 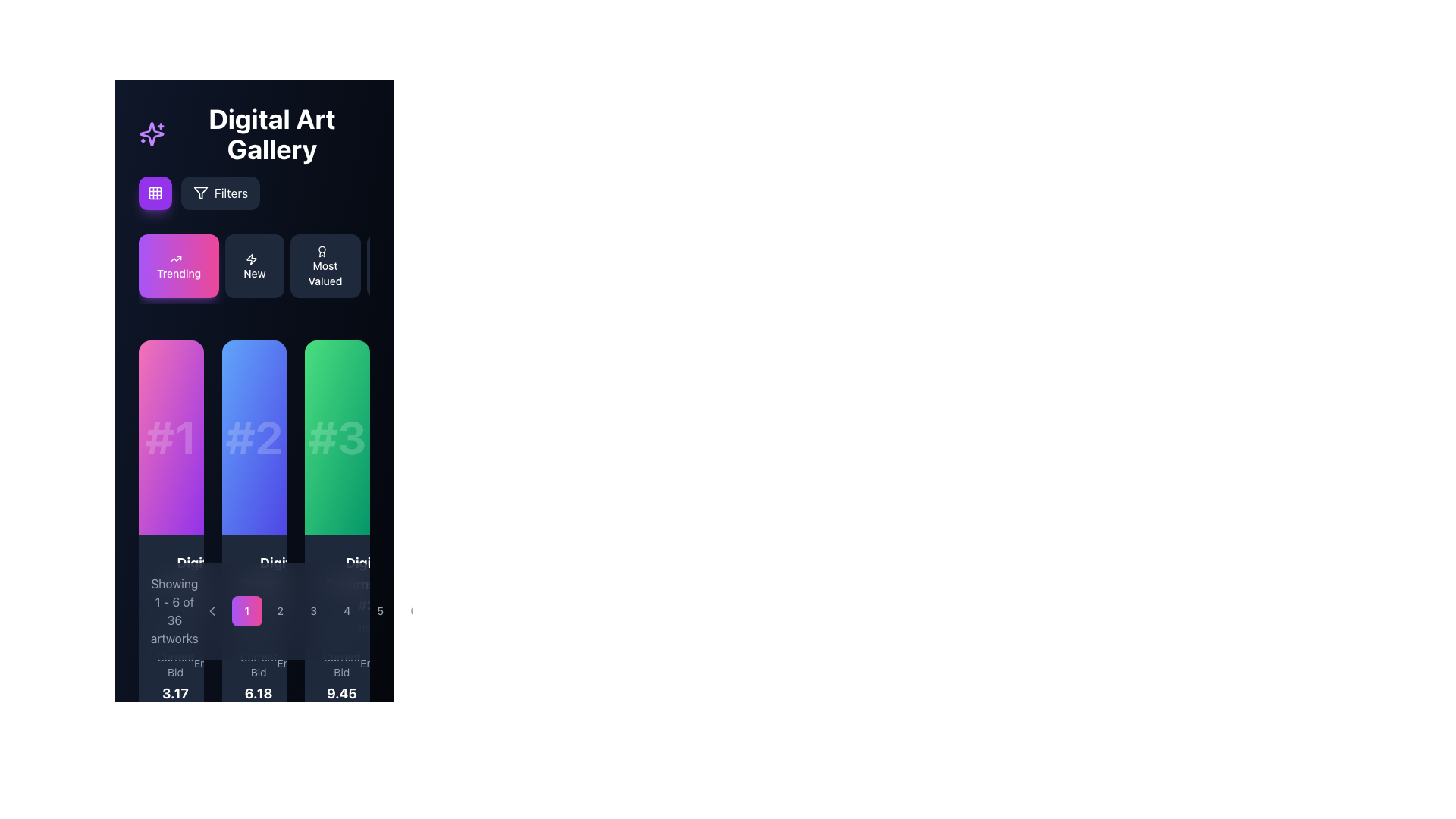 I want to click on the vibrant purple rounded square button with a grid icon in the center, styled with a white outline, so click(x=155, y=192).